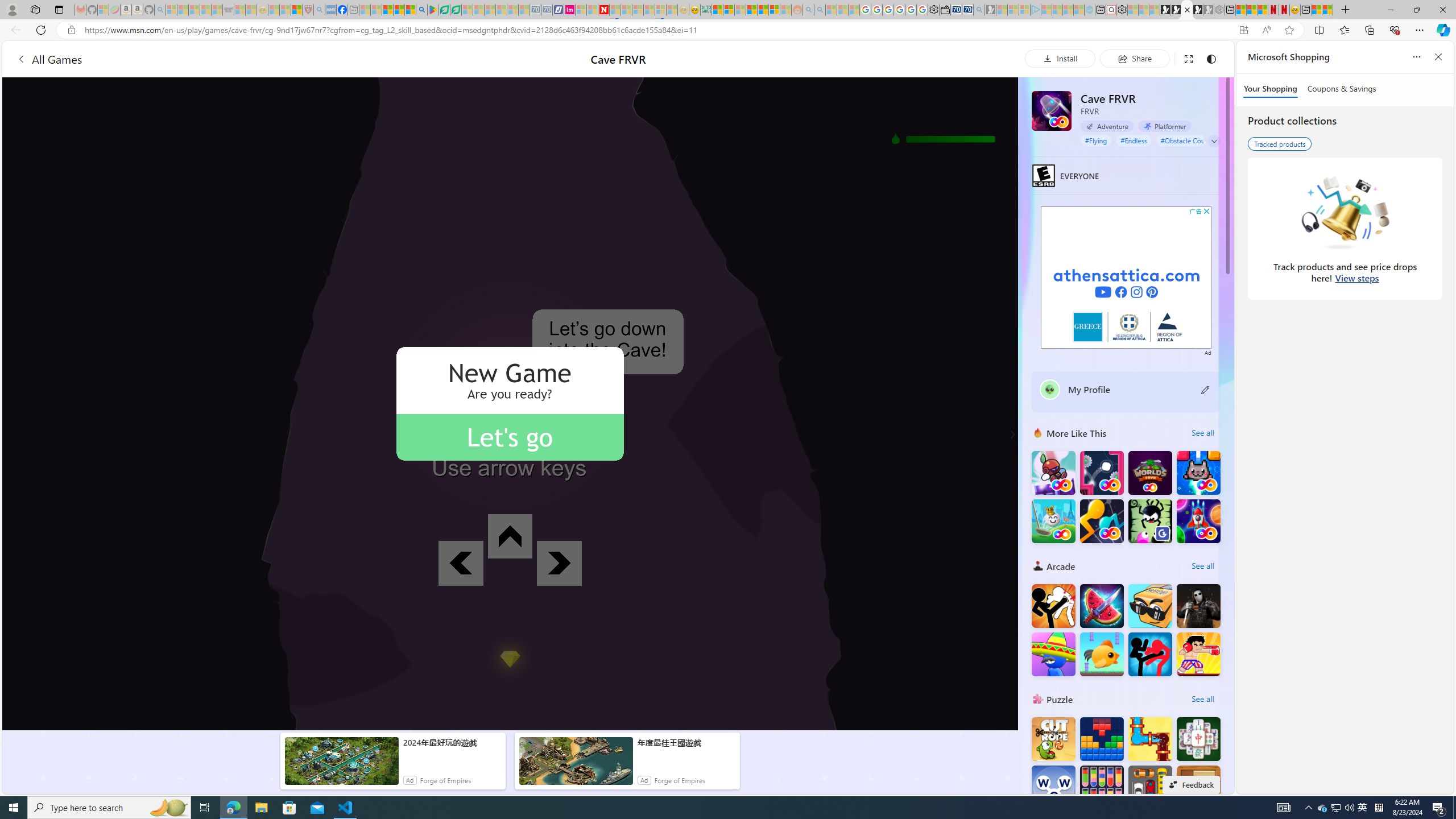 The image size is (1456, 819). Describe the element at coordinates (978, 9) in the screenshot. I see `'Bing Real Estate - Home sales and rental listings - Sleeping'` at that location.